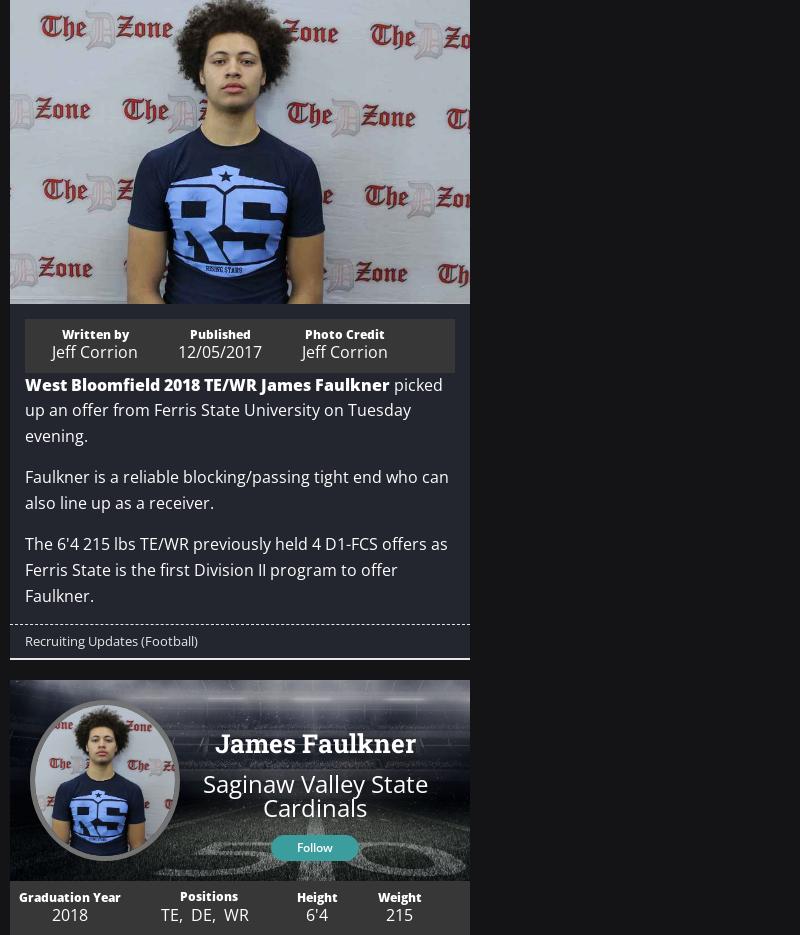 The height and width of the screenshot is (935, 800). I want to click on '12/05/2017', so click(177, 349).